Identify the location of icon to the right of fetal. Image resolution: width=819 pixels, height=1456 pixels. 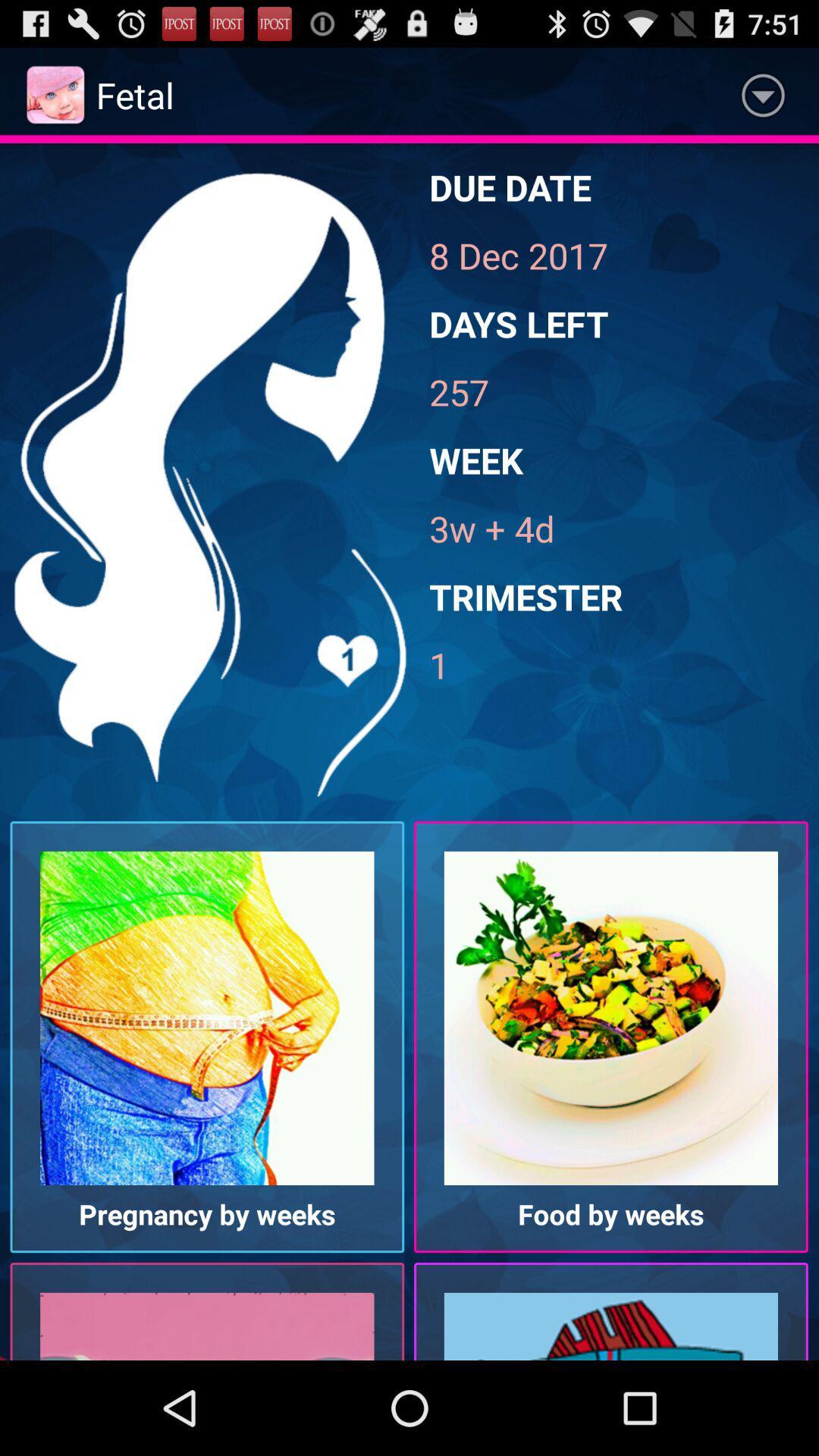
(763, 94).